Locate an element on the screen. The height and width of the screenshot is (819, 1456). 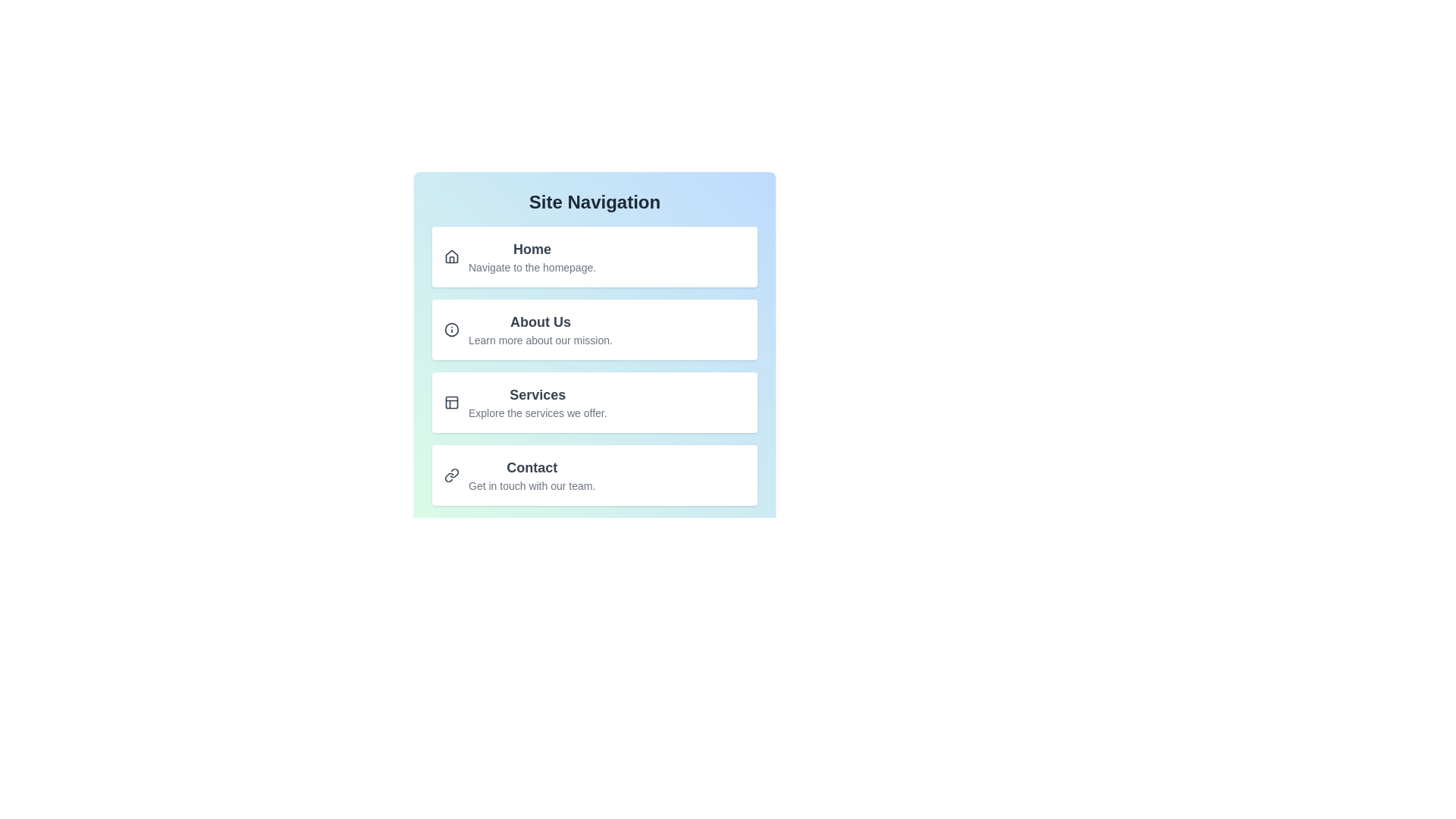
the bold text label 'Home' in the navigation menu, which is centrally aligned and styled for emphasis is located at coordinates (532, 248).